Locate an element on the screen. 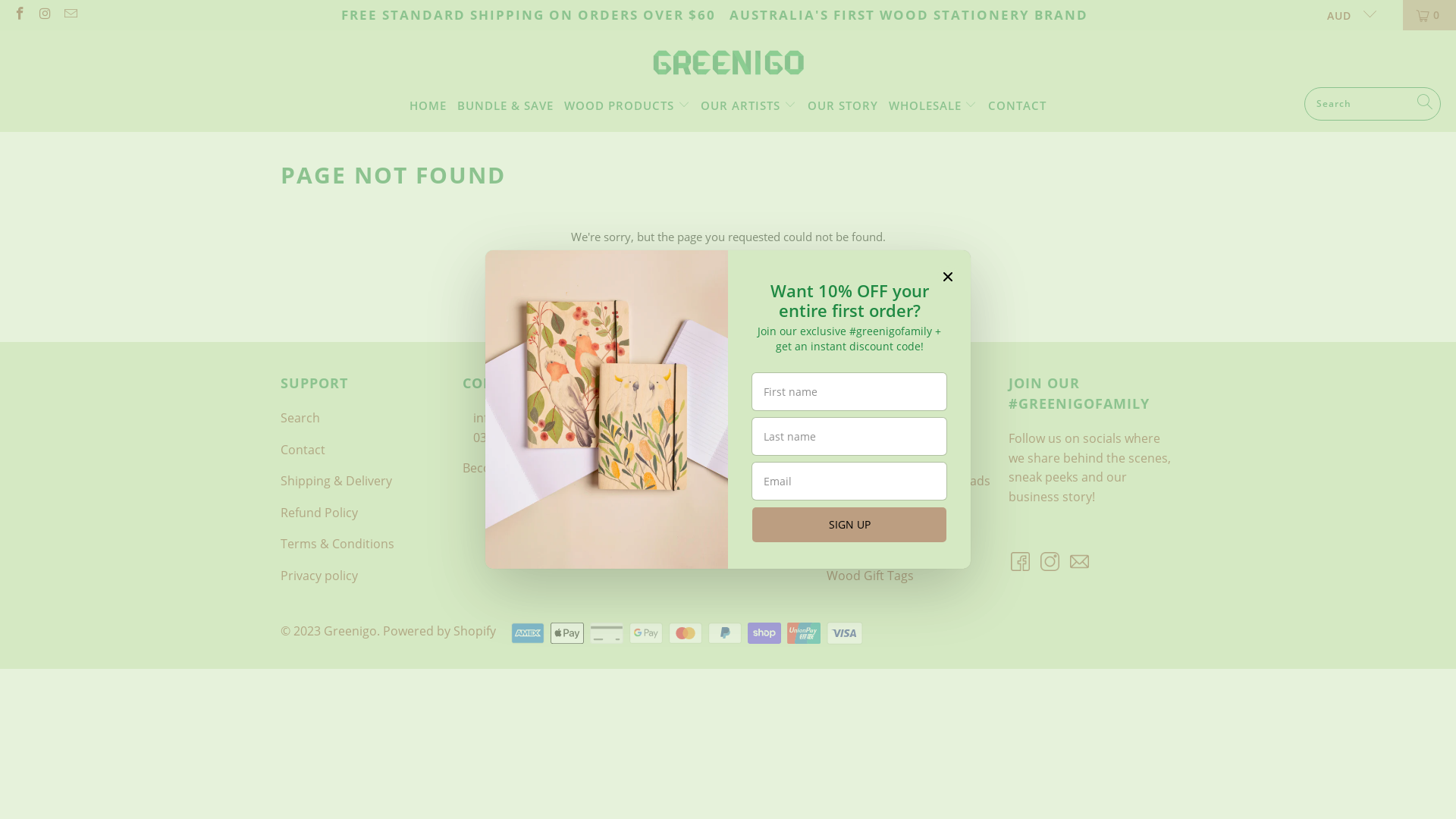 The width and height of the screenshot is (1456, 819). 'Become A Stockist' is located at coordinates (514, 467).